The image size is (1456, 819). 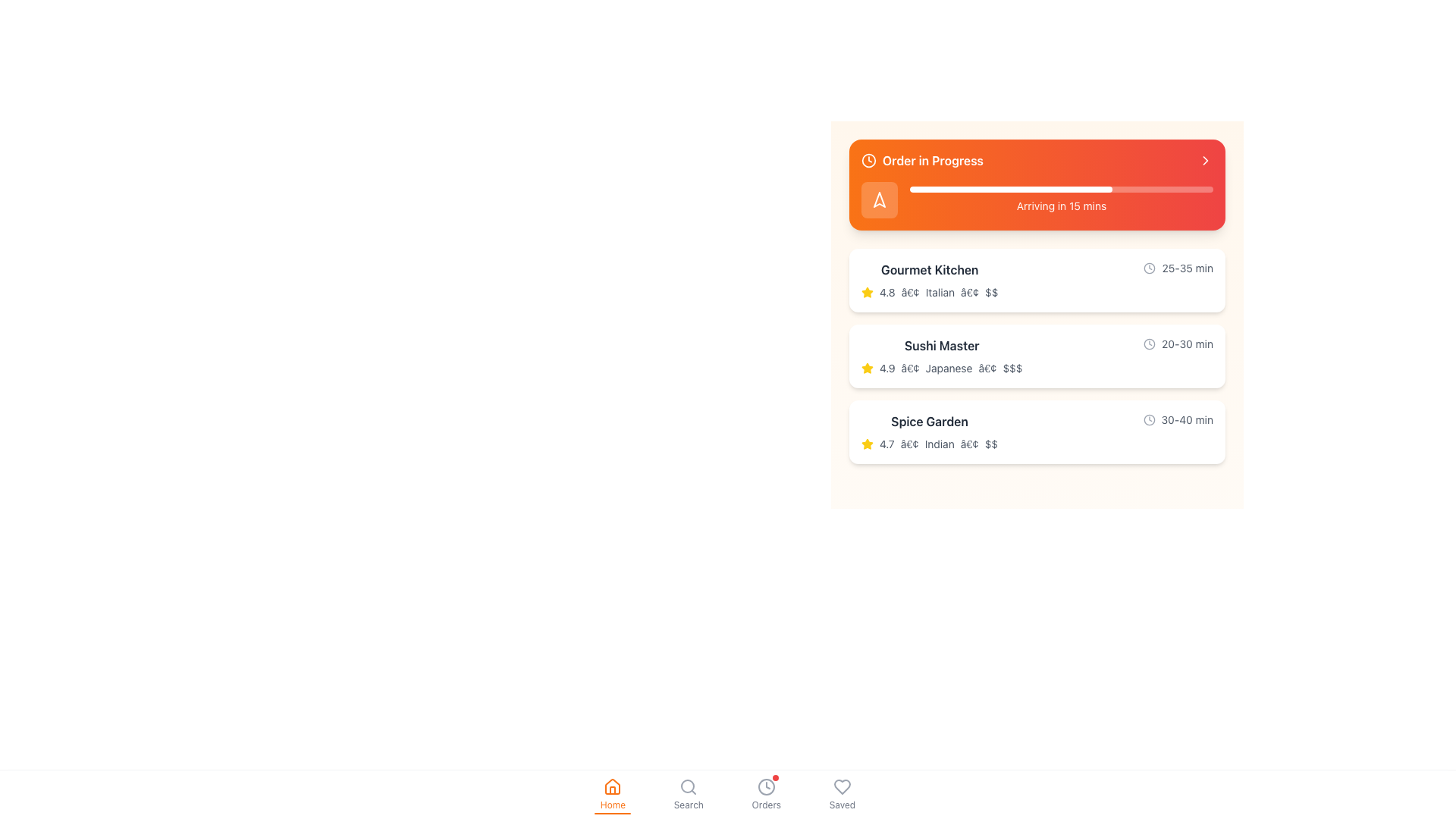 What do you see at coordinates (929, 292) in the screenshot?
I see `the details conveyed by the informational text aggregate located directly beneath 'Gourmet Kitchen', which includes the restaurant's rating, type of cuisine, and price range` at bounding box center [929, 292].